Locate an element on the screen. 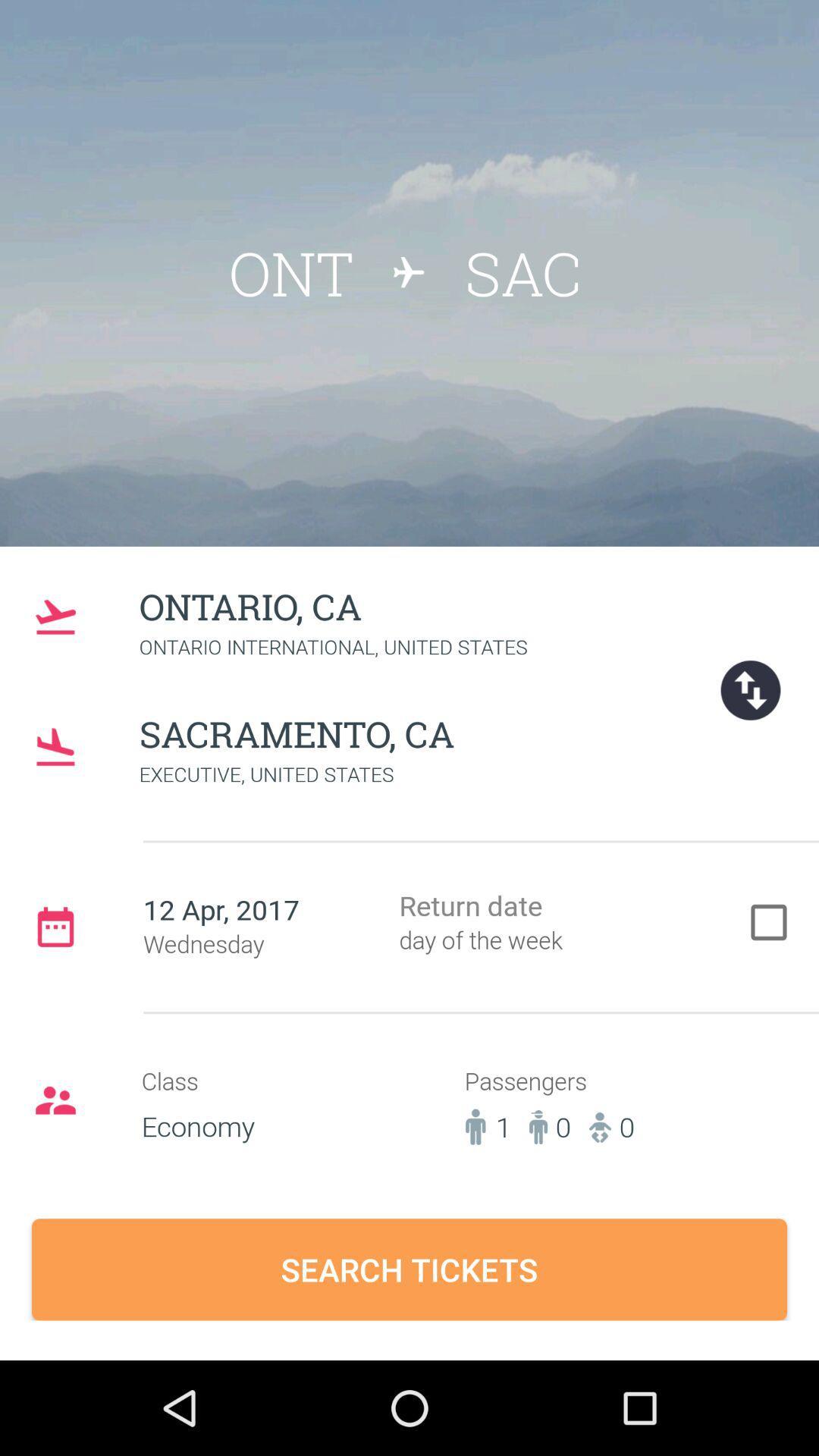 The height and width of the screenshot is (1456, 819). the search tickets button is located at coordinates (409, 1269).